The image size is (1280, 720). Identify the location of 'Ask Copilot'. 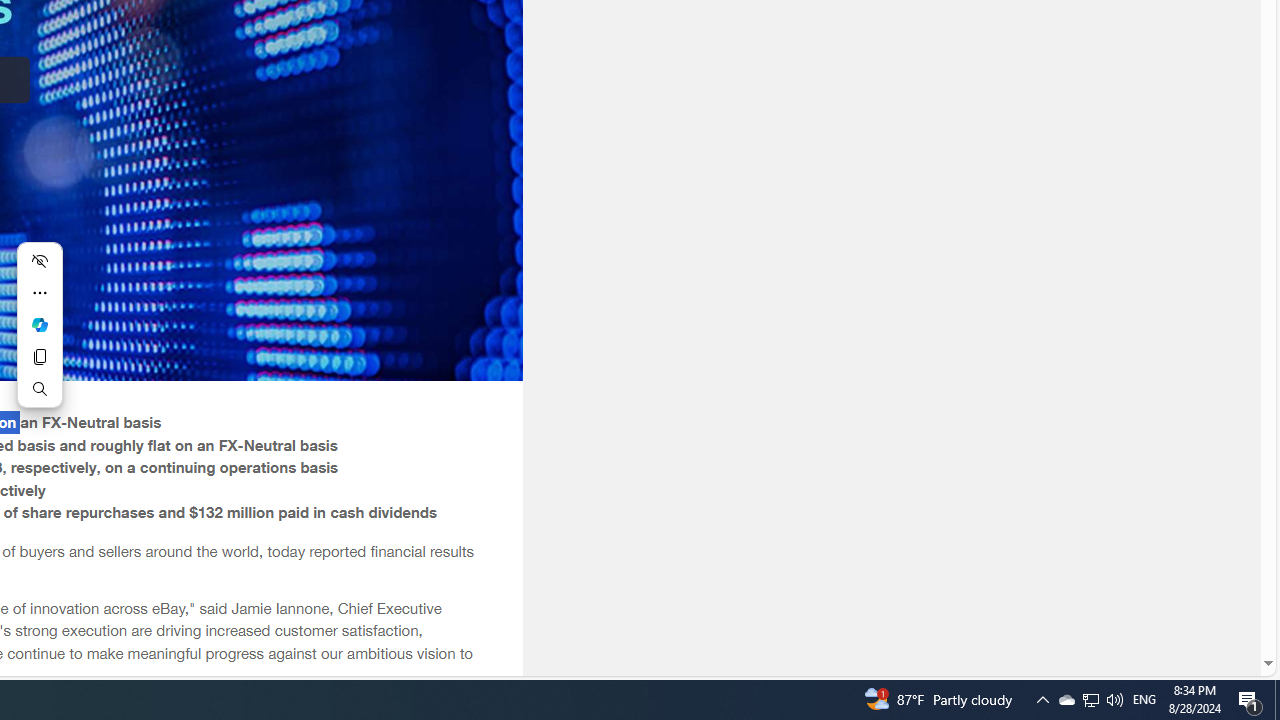
(39, 324).